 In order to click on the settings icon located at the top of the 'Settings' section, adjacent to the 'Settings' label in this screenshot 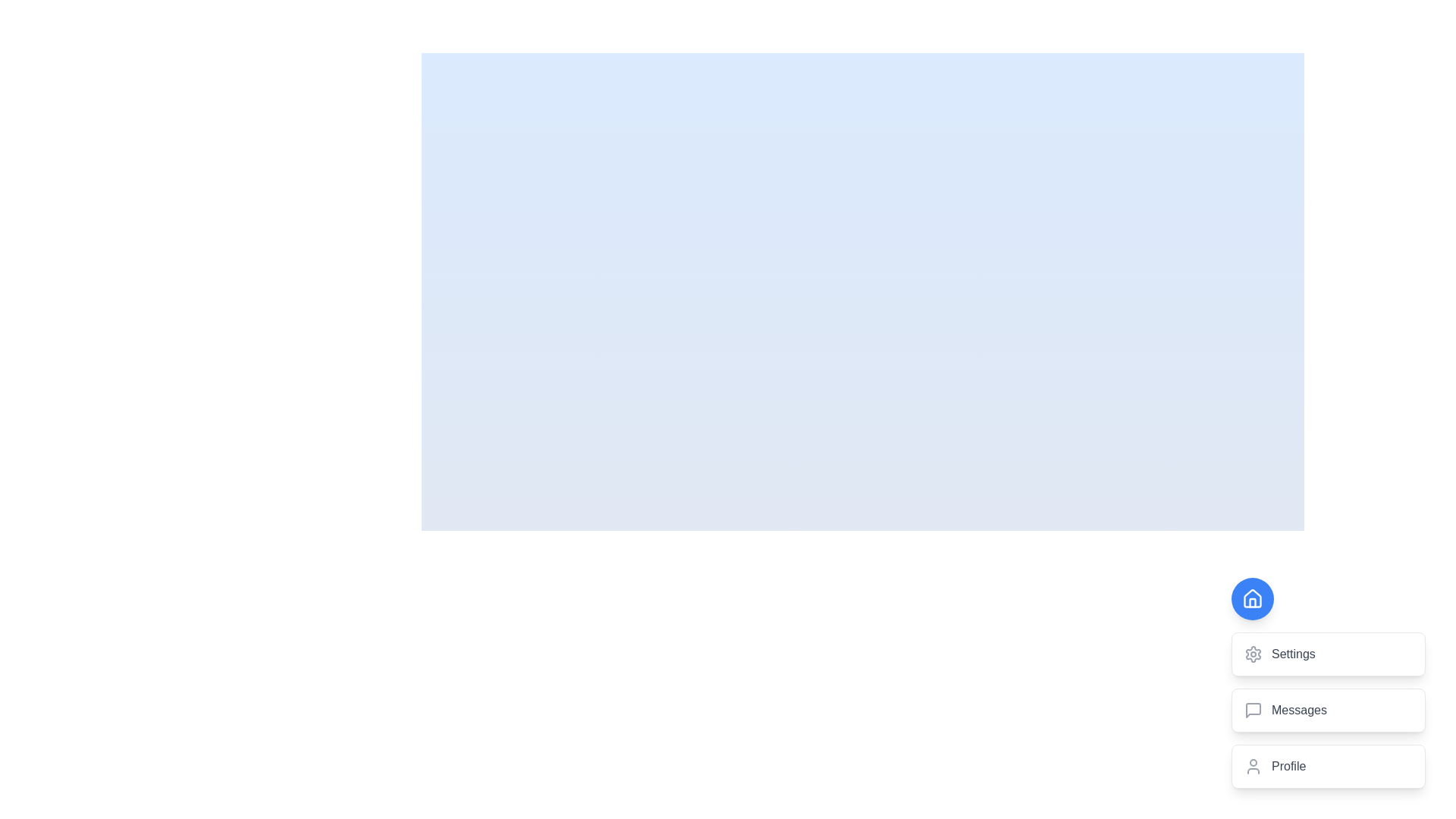, I will do `click(1253, 654)`.